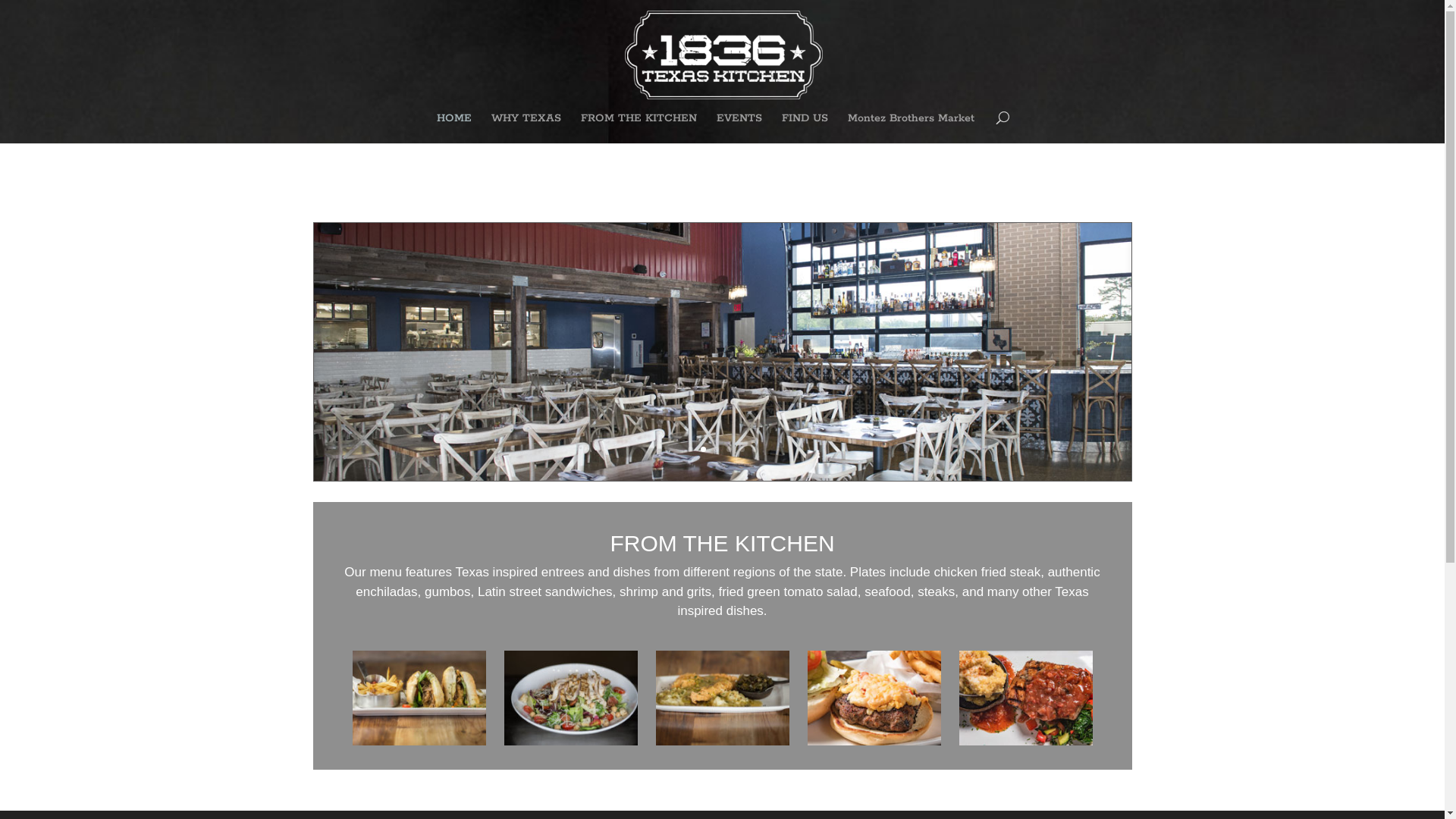  I want to click on 'WHY TEXAS', so click(526, 127).